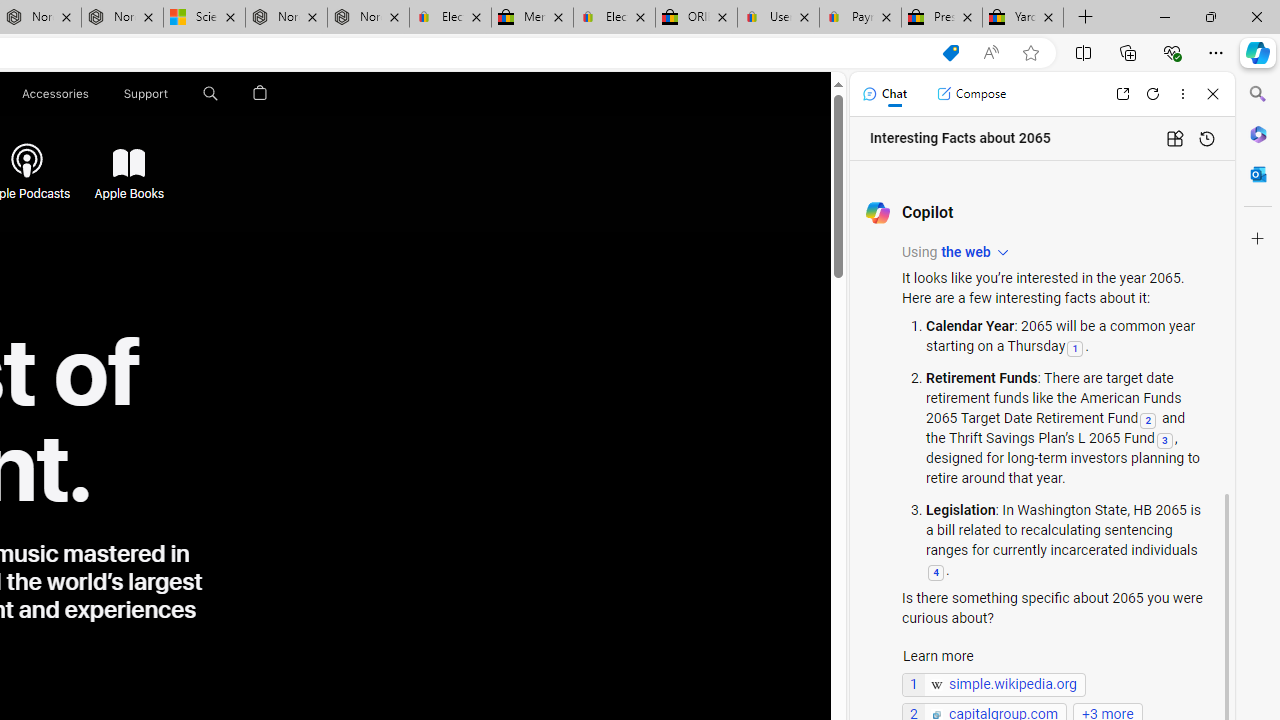 The height and width of the screenshot is (720, 1280). What do you see at coordinates (259, 93) in the screenshot?
I see `'AutomationID: globalnav-bag'` at bounding box center [259, 93].